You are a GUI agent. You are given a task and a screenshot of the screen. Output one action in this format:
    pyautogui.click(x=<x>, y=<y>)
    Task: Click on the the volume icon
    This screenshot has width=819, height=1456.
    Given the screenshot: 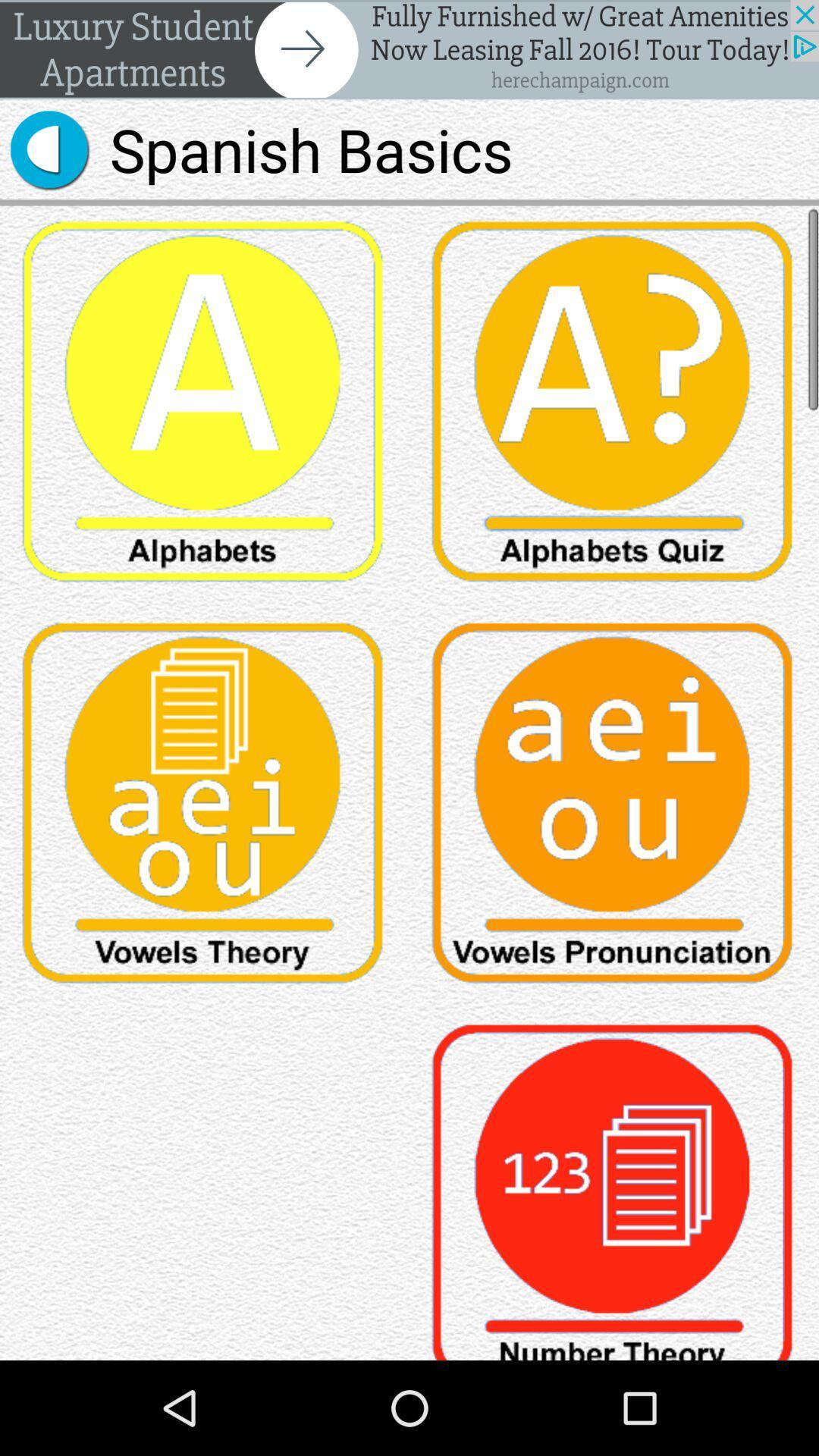 What is the action you would take?
    pyautogui.click(x=49, y=159)
    